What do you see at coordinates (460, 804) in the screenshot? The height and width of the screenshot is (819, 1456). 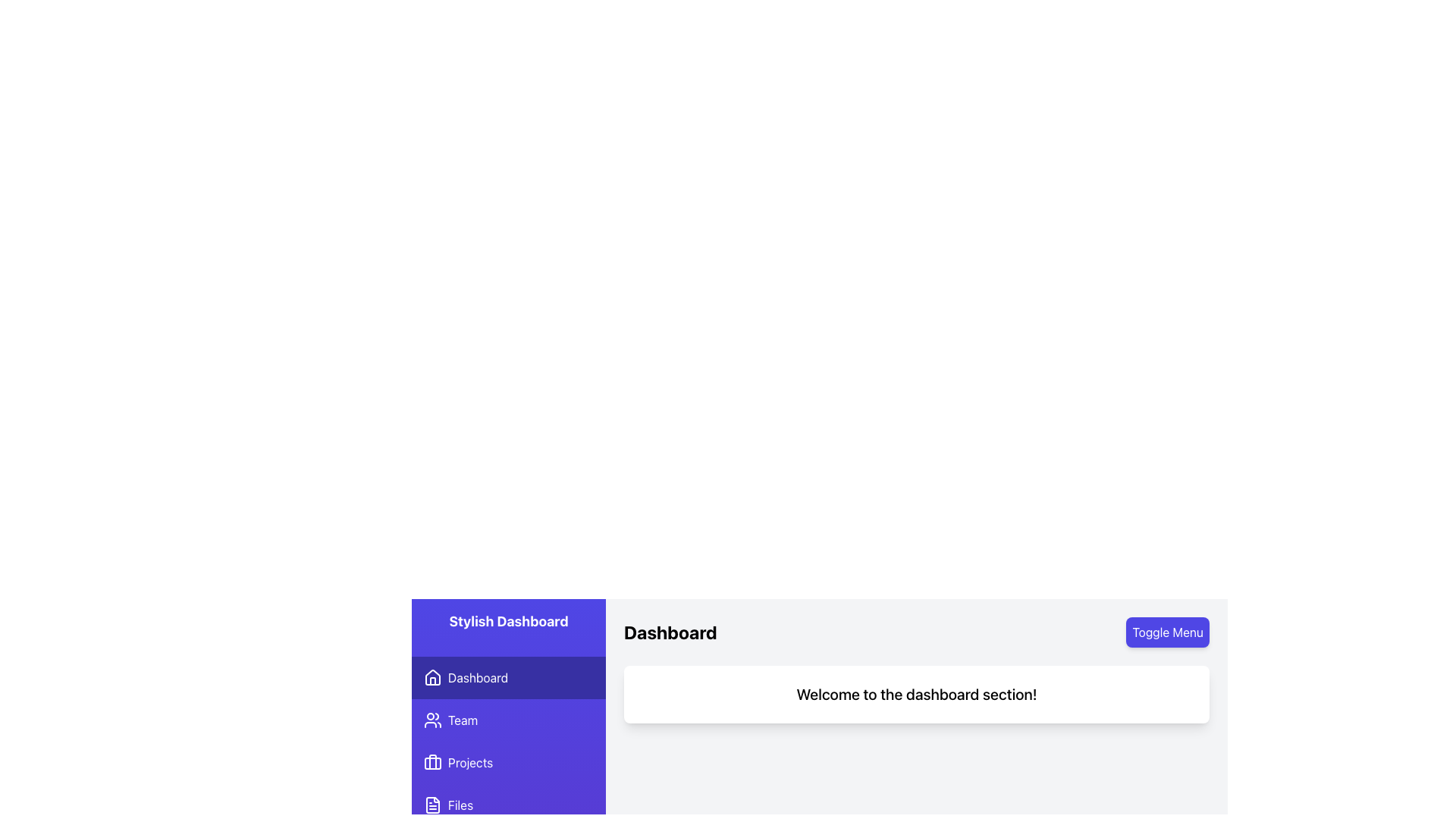 I see `the 'Files' text label in the vertical sidebar menu` at bounding box center [460, 804].